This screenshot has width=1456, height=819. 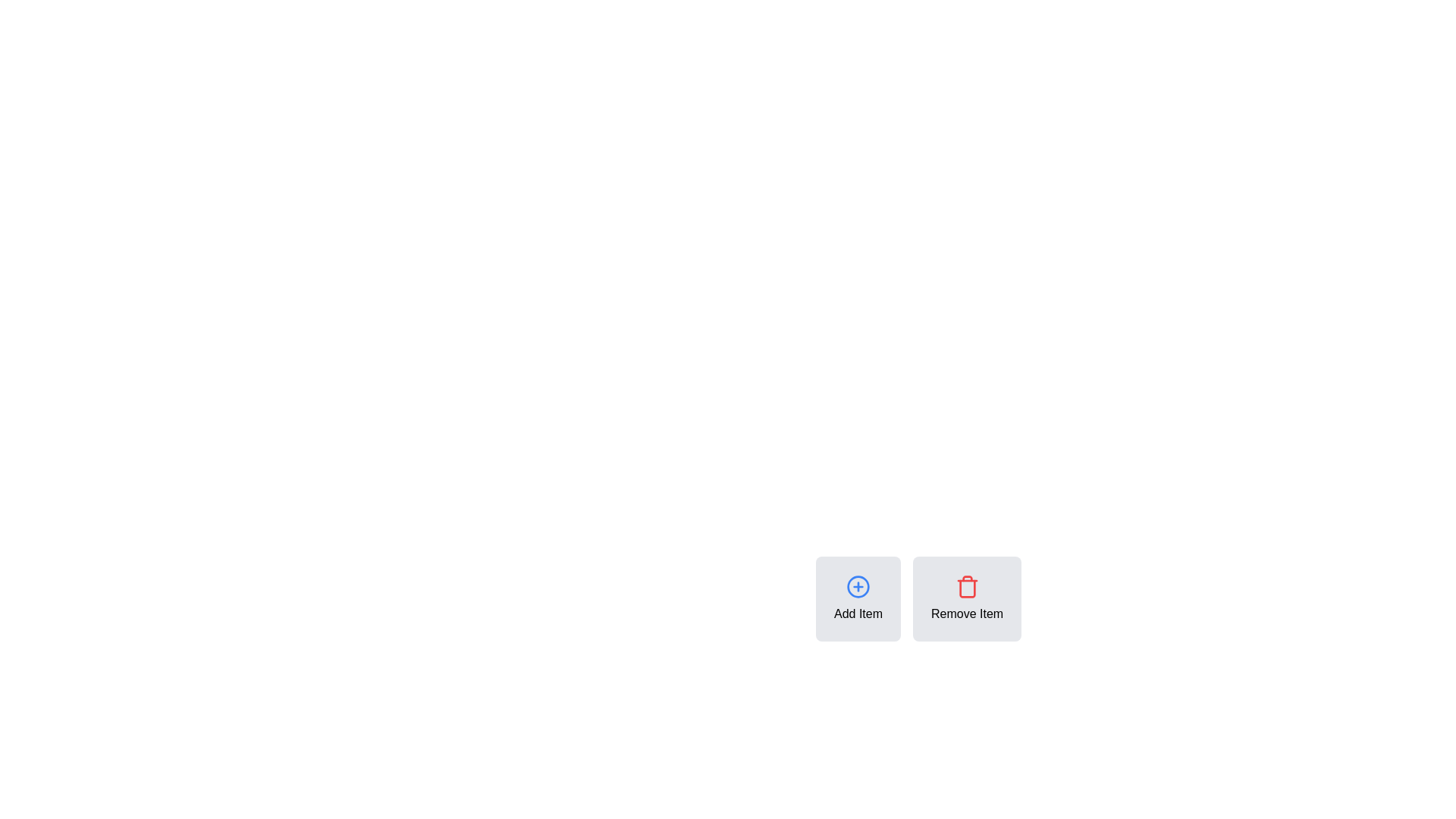 I want to click on the circular blue outlined Icon Button with a '+' sign, located at the top center above the text 'Add Item', so click(x=858, y=586).